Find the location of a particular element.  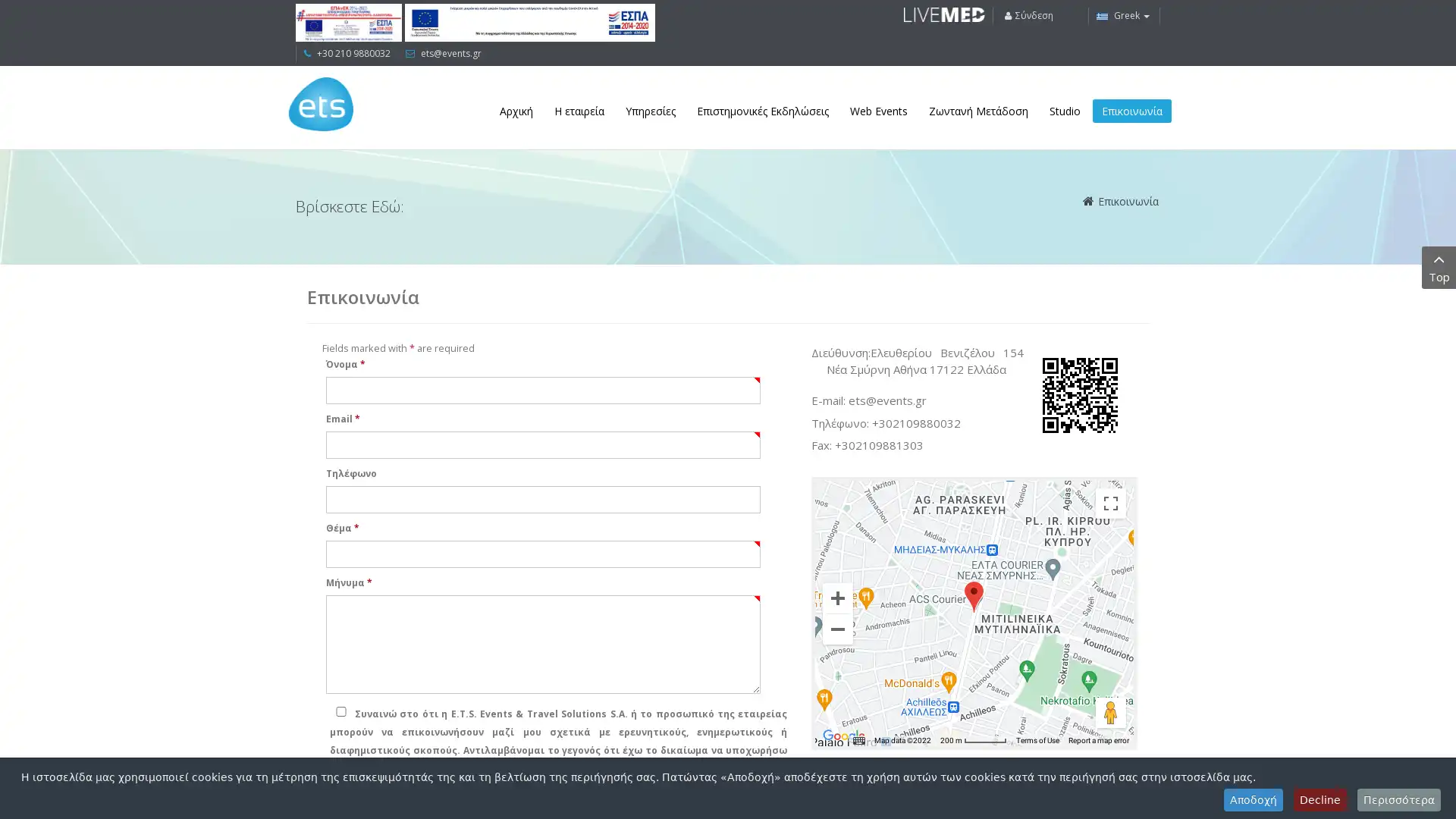

Zoom out is located at coordinates (836, 629).